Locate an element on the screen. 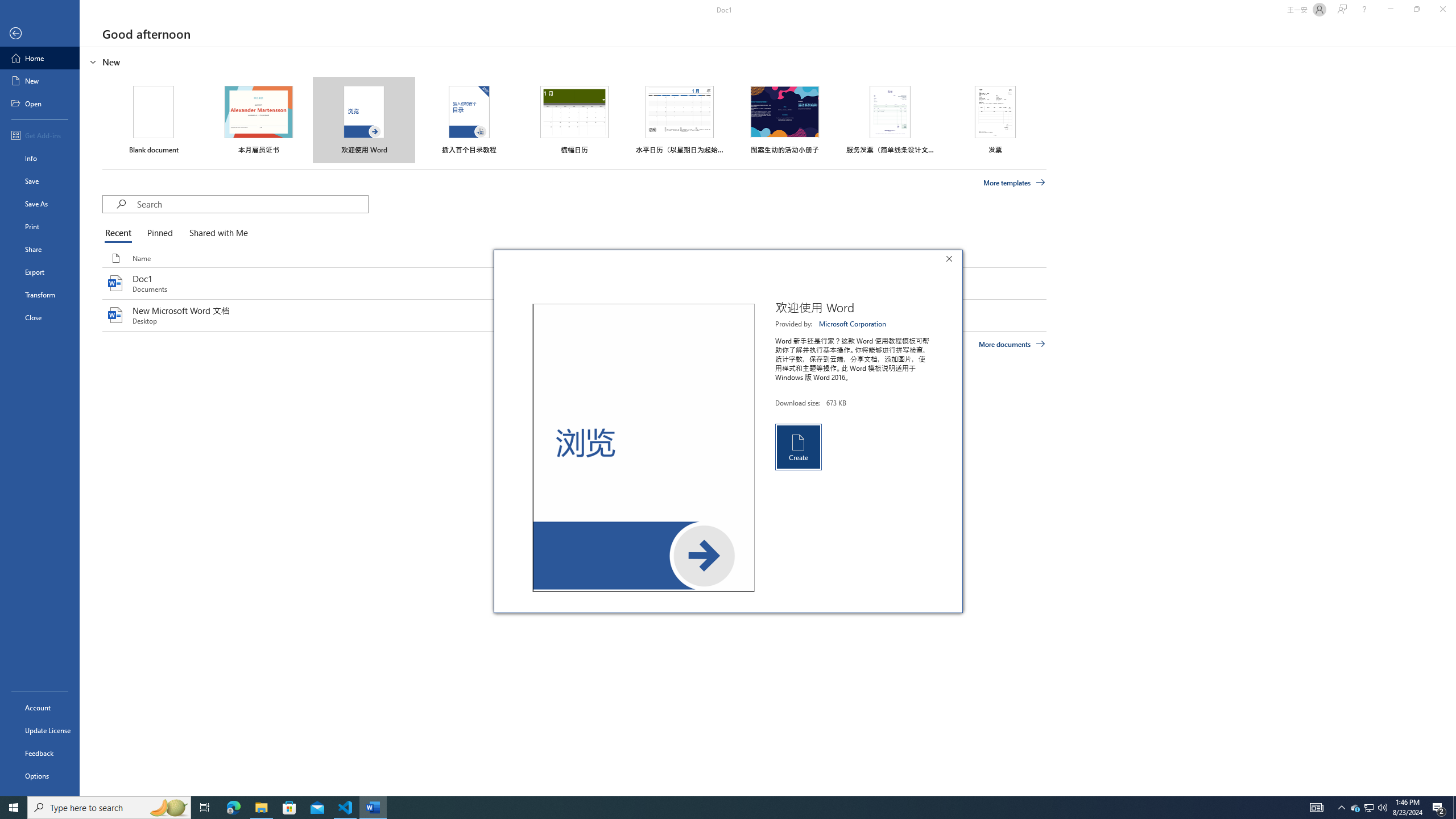  'Blank document' is located at coordinates (153, 119).